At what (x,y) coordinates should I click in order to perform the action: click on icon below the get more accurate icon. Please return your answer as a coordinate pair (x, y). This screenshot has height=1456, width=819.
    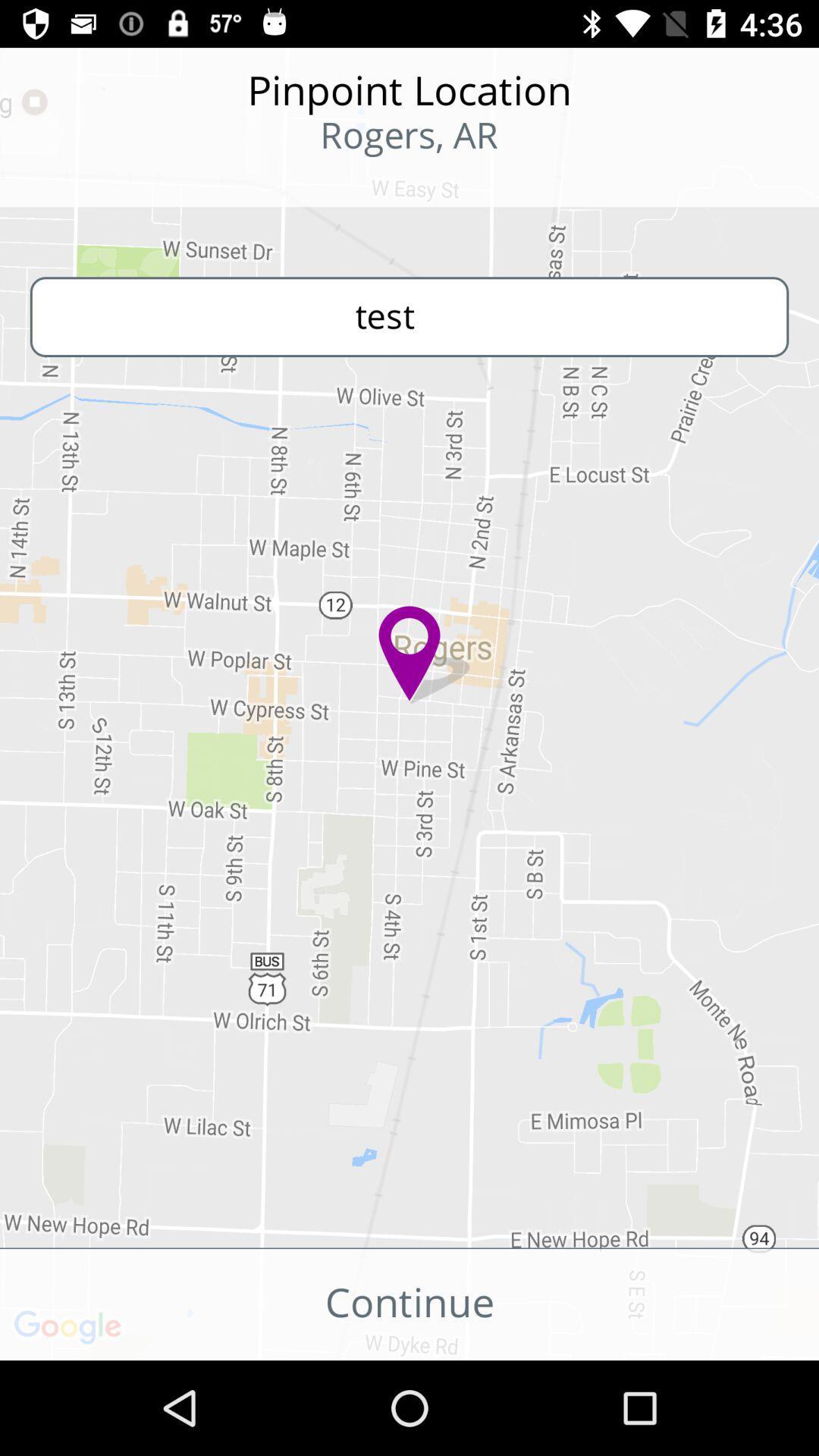
    Looking at the image, I should click on (409, 1304).